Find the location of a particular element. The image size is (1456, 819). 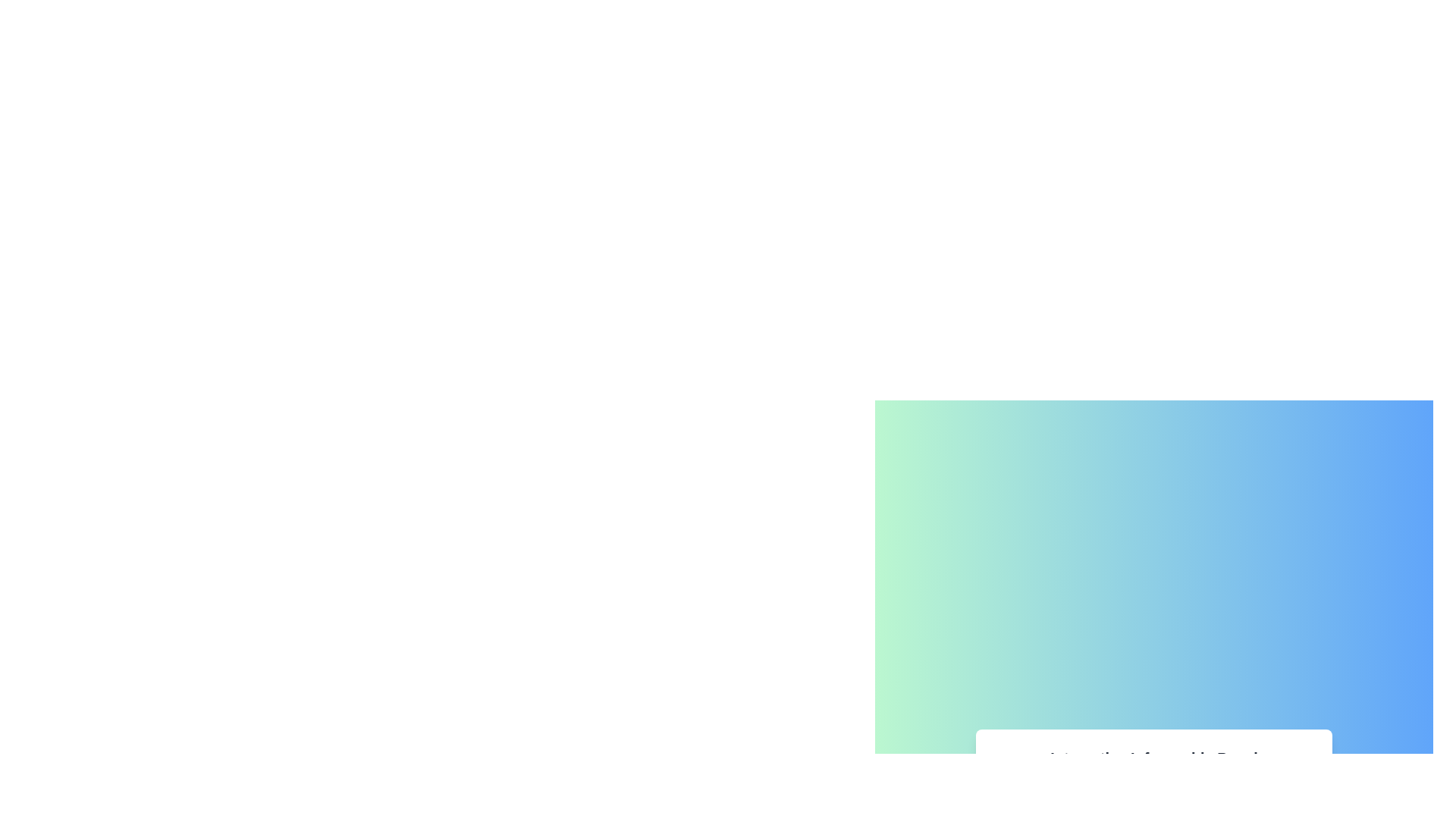

the small circle (Vector Graphics Component) located at the bottom-right of the viewport, which is part of an SVG graphic is located at coordinates (1221, 789).